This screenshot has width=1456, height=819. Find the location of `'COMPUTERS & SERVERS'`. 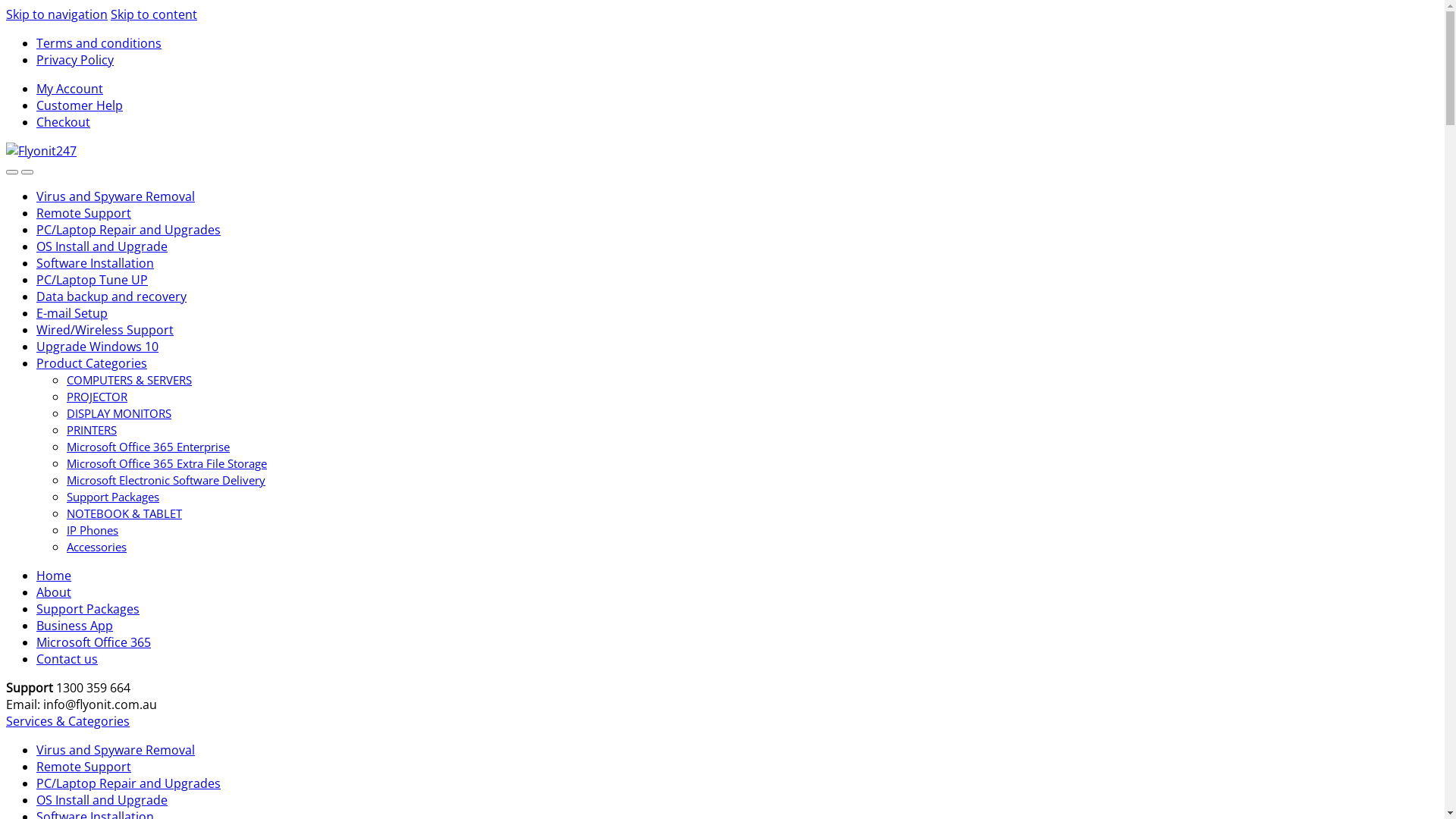

'COMPUTERS & SERVERS' is located at coordinates (129, 379).